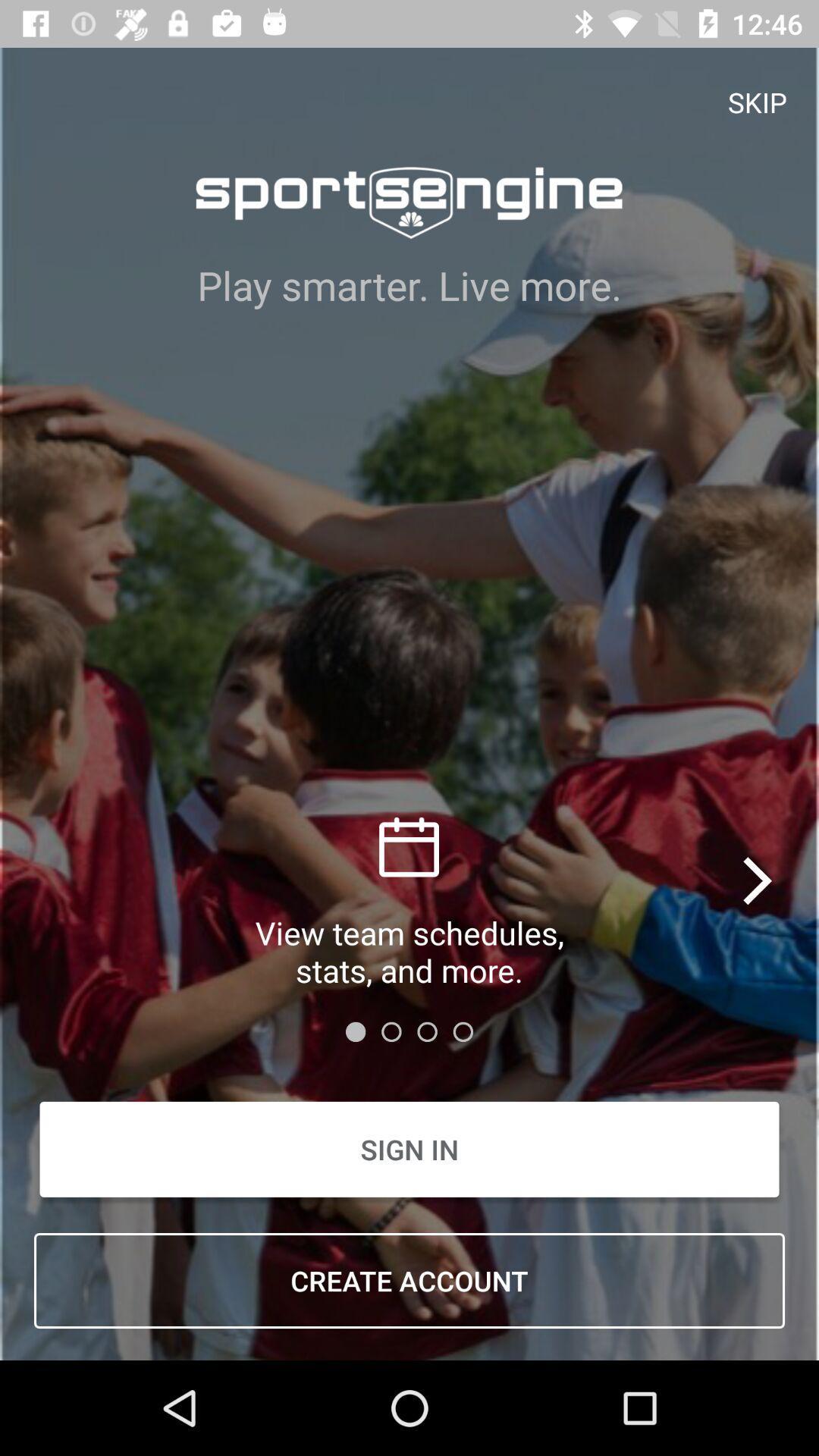 The image size is (819, 1456). I want to click on the sign in item, so click(409, 1149).